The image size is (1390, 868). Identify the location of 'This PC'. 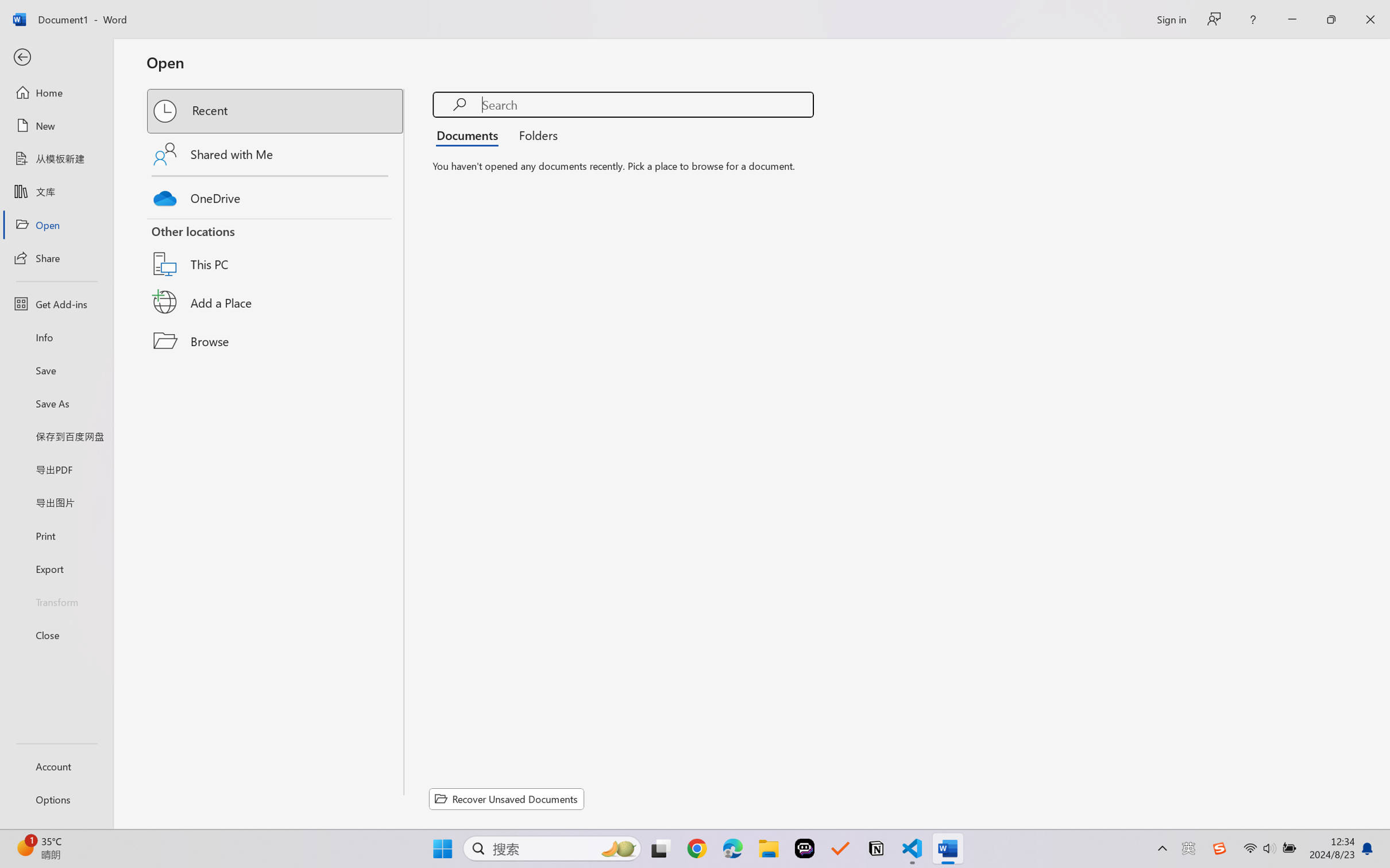
(276, 250).